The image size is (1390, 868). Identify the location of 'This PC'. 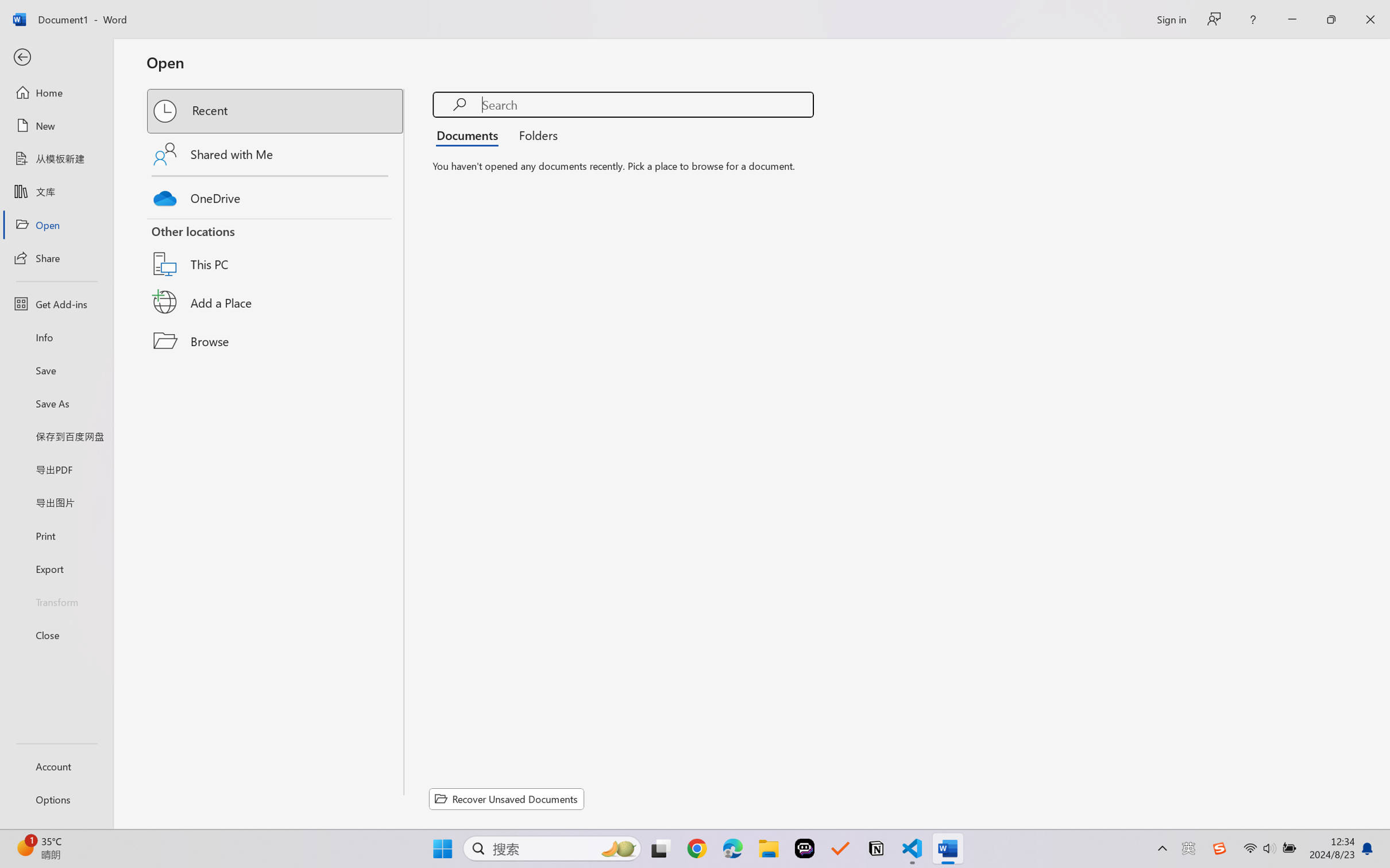
(276, 250).